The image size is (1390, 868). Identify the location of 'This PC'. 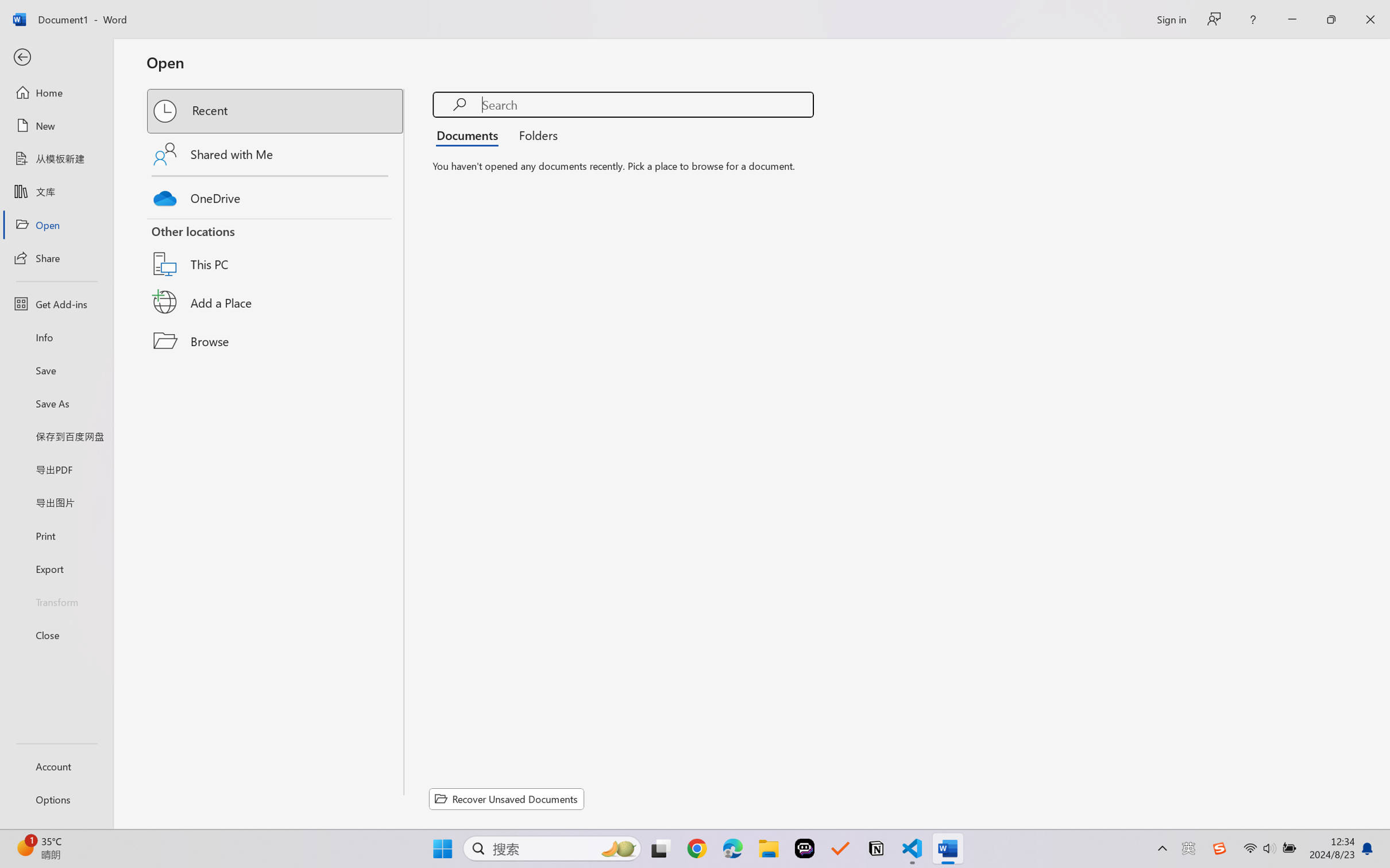
(276, 250).